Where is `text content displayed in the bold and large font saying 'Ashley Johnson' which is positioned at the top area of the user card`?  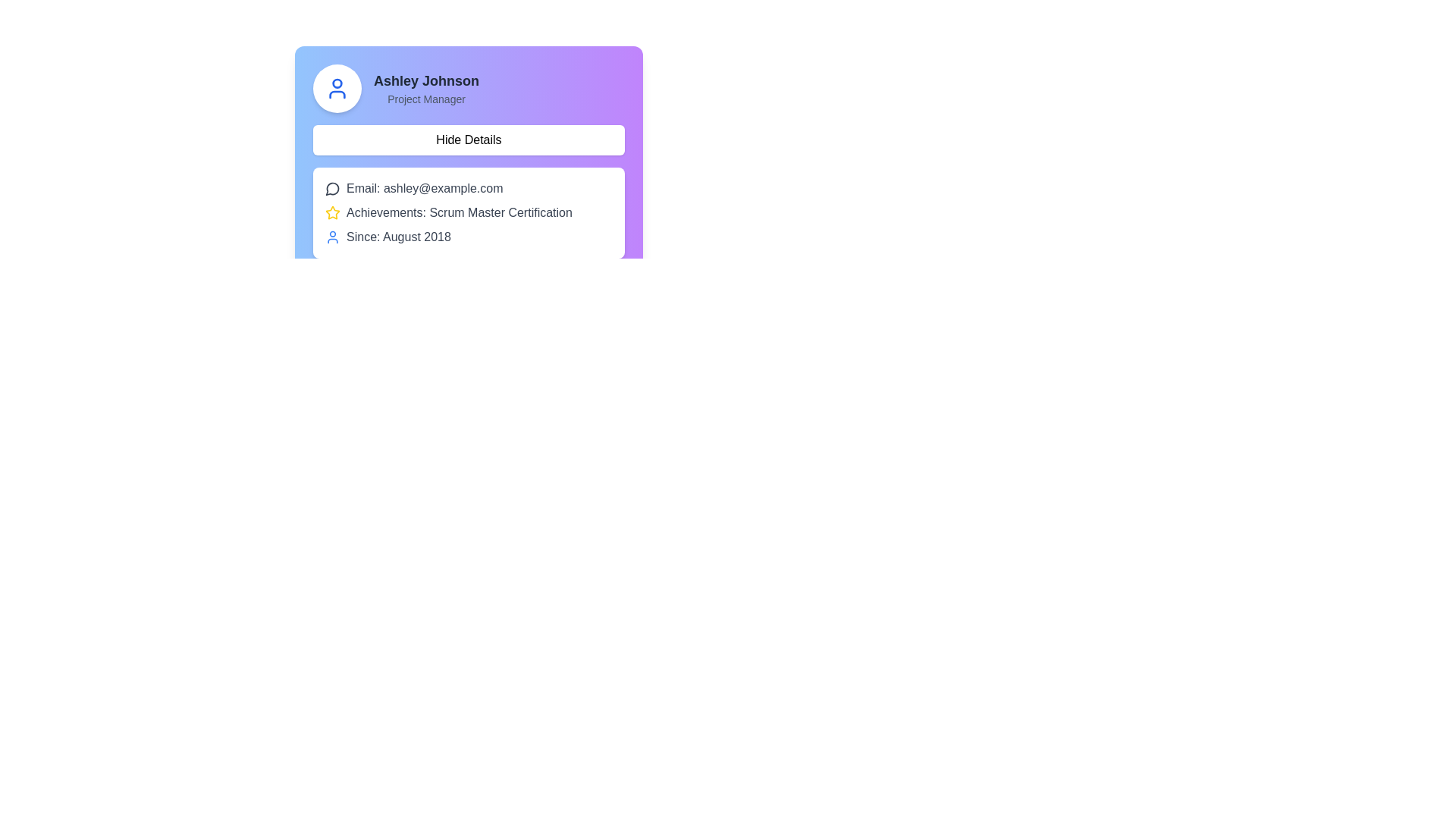 text content displayed in the bold and large font saying 'Ashley Johnson' which is positioned at the top area of the user card is located at coordinates (425, 81).